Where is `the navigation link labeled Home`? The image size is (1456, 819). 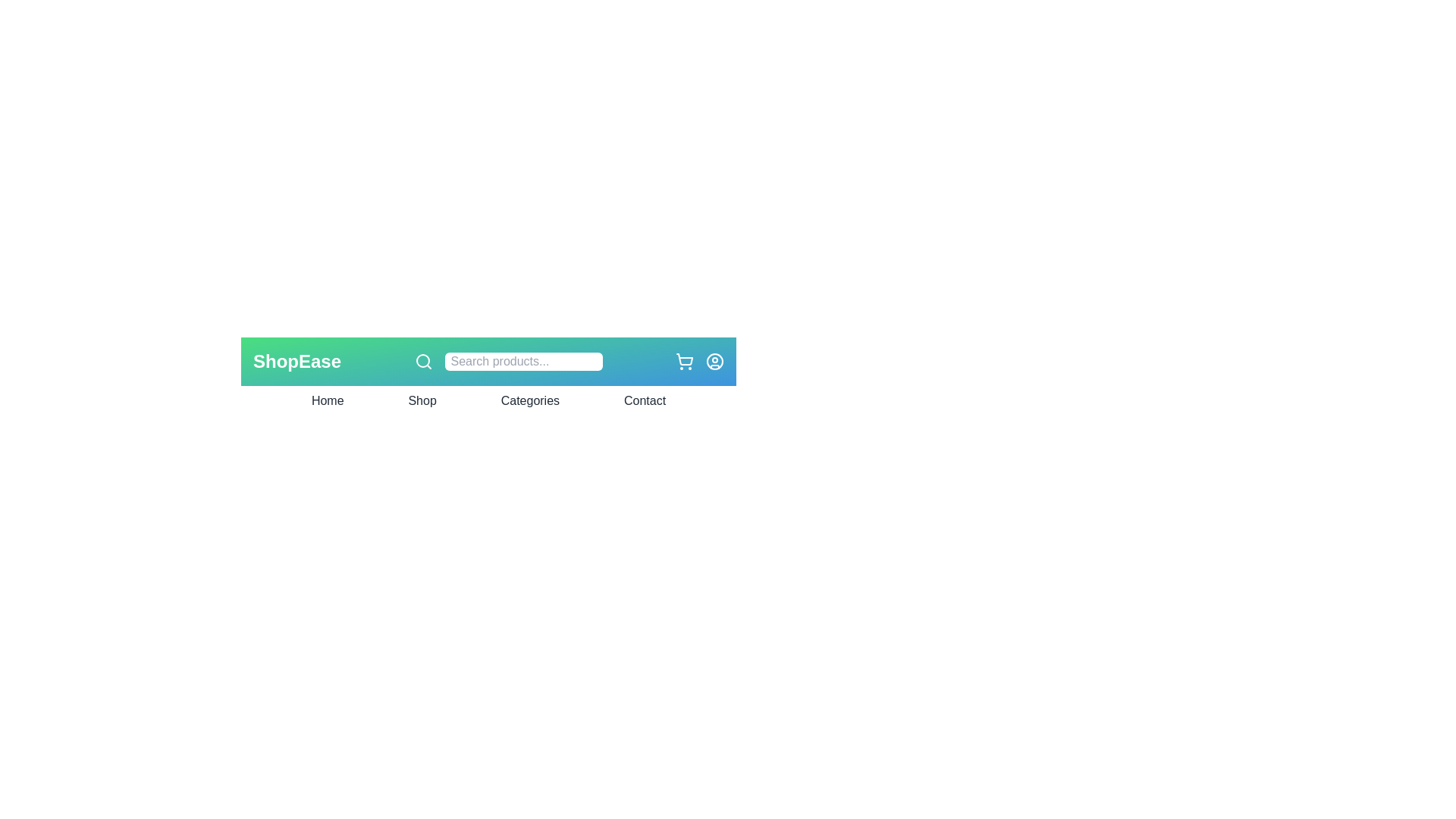 the navigation link labeled Home is located at coordinates (327, 400).